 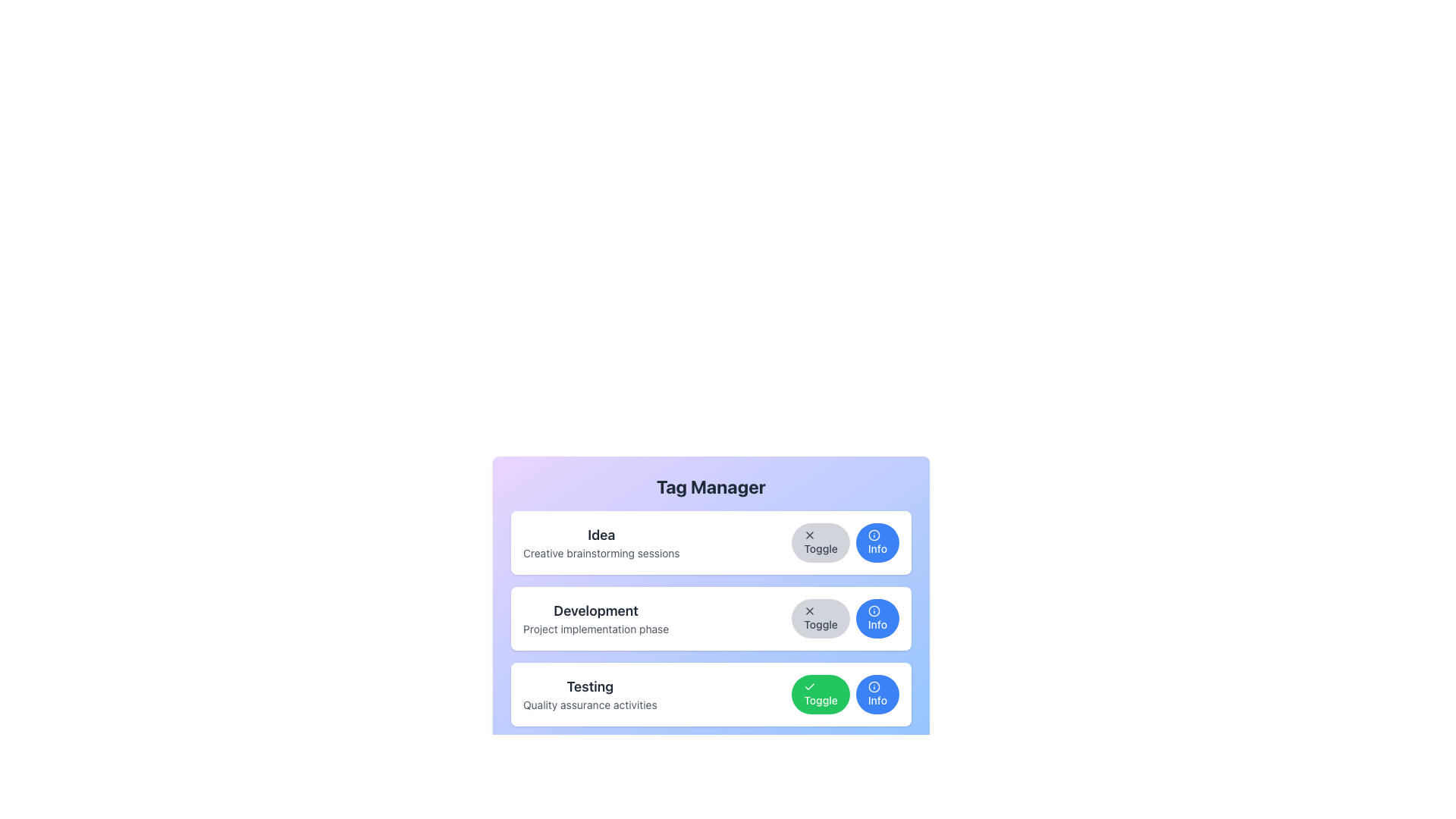 What do you see at coordinates (844, 694) in the screenshot?
I see `the green 'Toggle' button in the 'Testing' section of the 'Tag Manager' interface` at bounding box center [844, 694].